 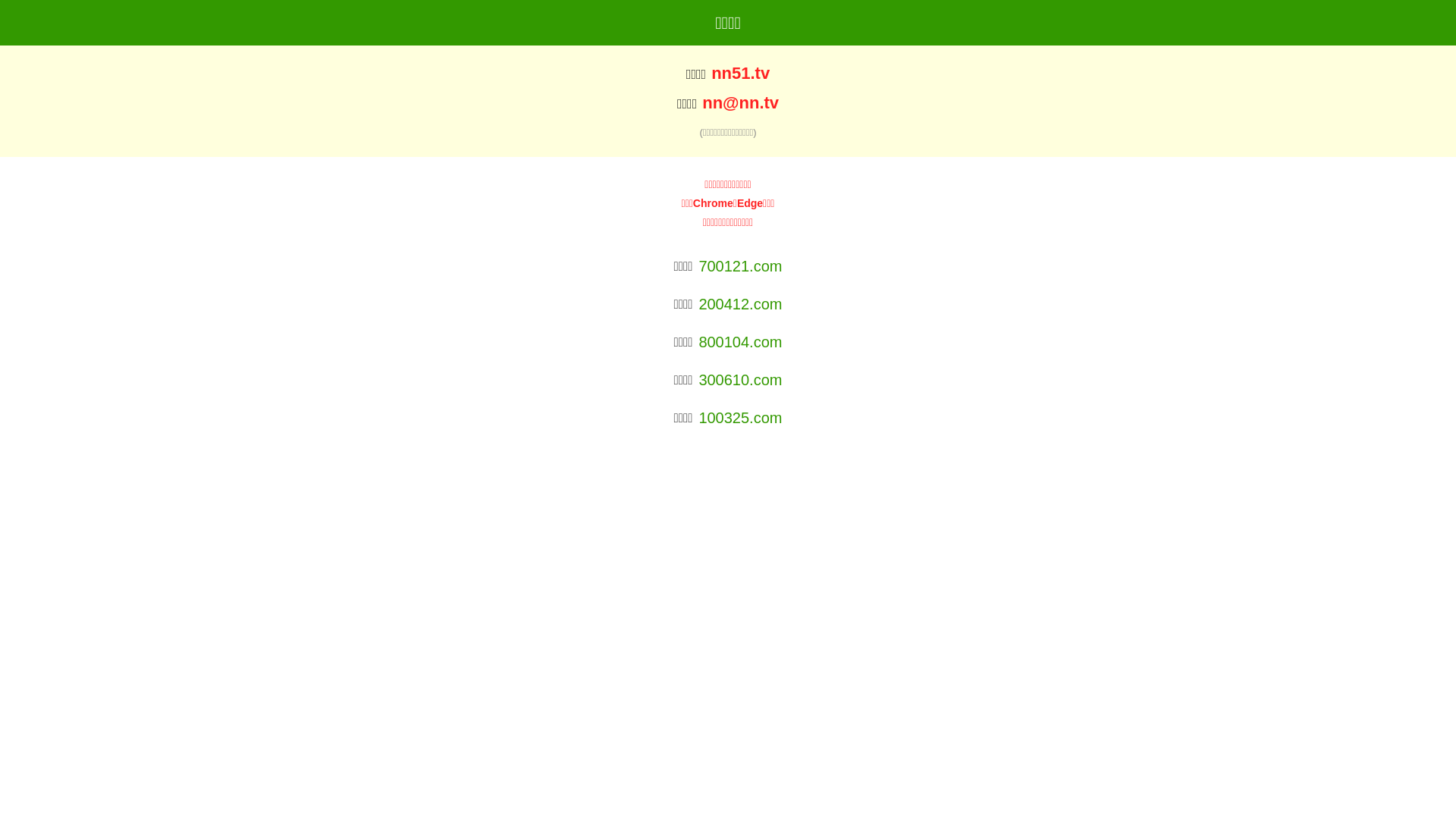 I want to click on '300610.com', so click(x=739, y=379).